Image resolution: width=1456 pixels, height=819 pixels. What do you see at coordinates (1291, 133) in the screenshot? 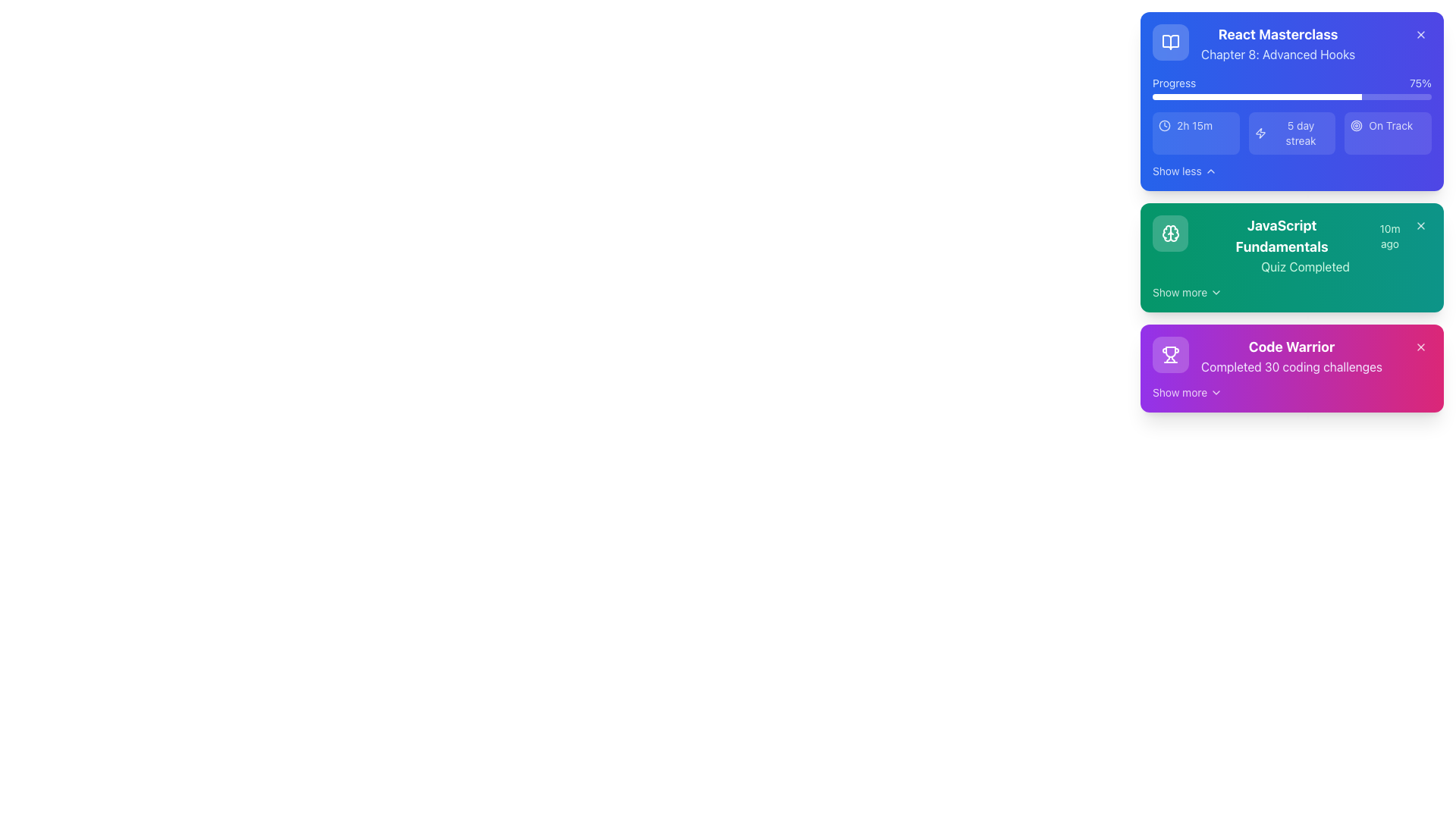
I see `the Composite information display that shows user progress metrics for the 'React Masterclass', positioned below the progress indicator and above the 'Show less' link` at bounding box center [1291, 133].